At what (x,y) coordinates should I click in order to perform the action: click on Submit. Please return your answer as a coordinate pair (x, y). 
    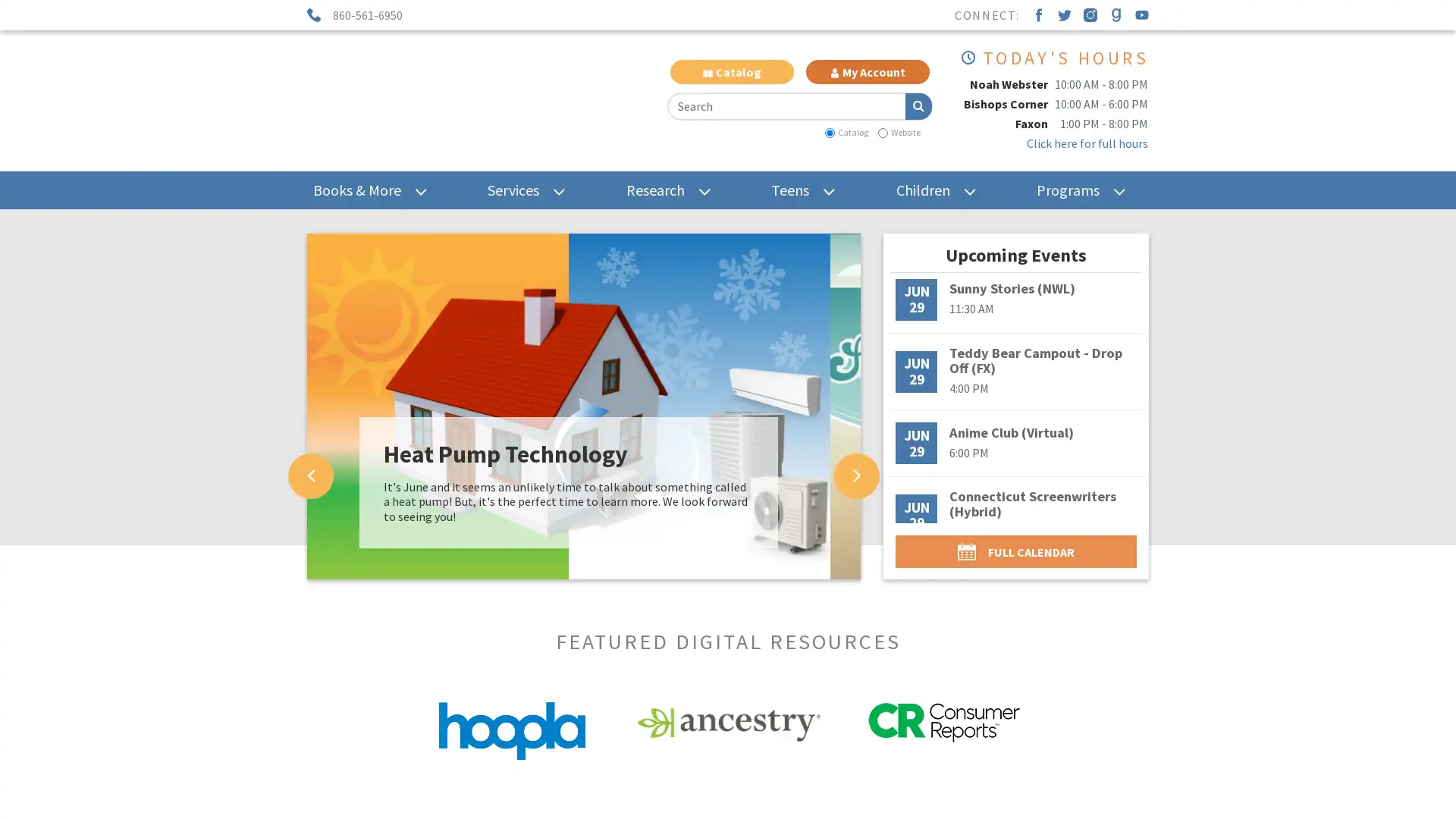
    Looking at the image, I should click on (917, 105).